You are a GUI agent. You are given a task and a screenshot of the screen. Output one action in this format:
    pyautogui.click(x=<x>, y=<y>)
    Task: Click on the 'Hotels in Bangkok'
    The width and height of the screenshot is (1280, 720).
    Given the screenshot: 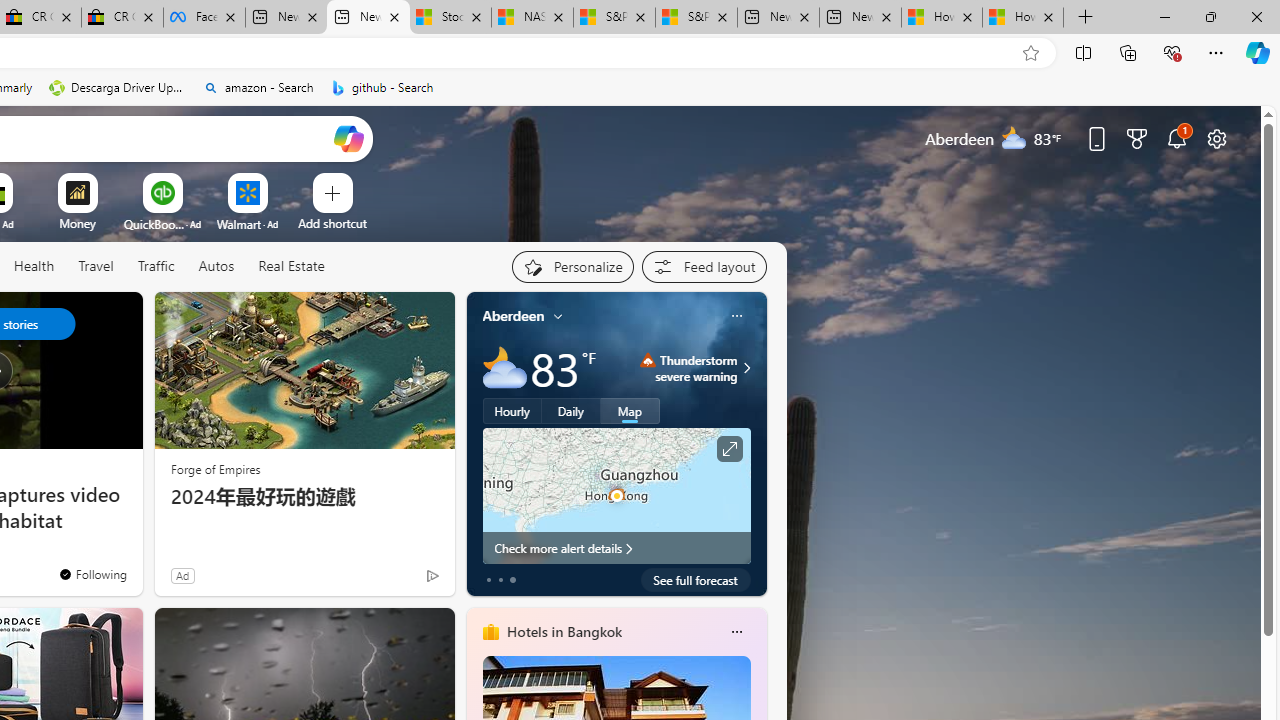 What is the action you would take?
    pyautogui.click(x=562, y=631)
    